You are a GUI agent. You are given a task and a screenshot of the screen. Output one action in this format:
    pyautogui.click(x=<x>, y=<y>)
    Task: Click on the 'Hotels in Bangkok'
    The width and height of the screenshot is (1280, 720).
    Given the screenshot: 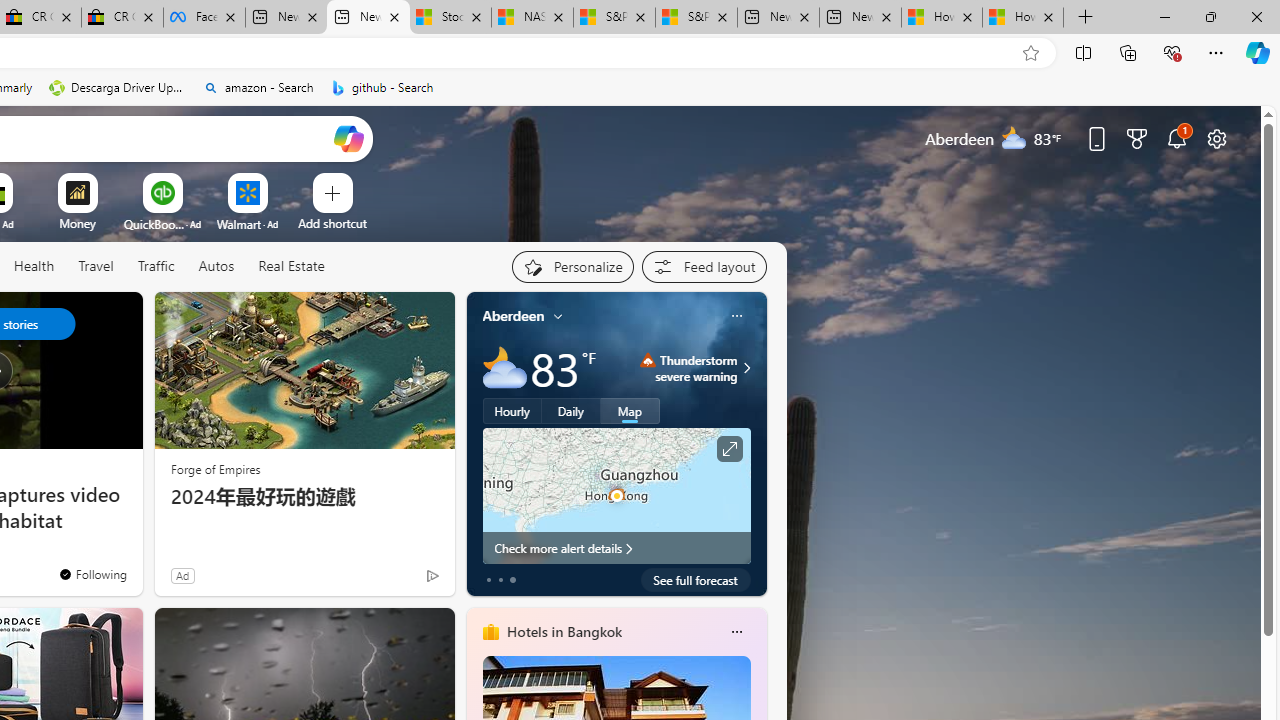 What is the action you would take?
    pyautogui.click(x=562, y=631)
    